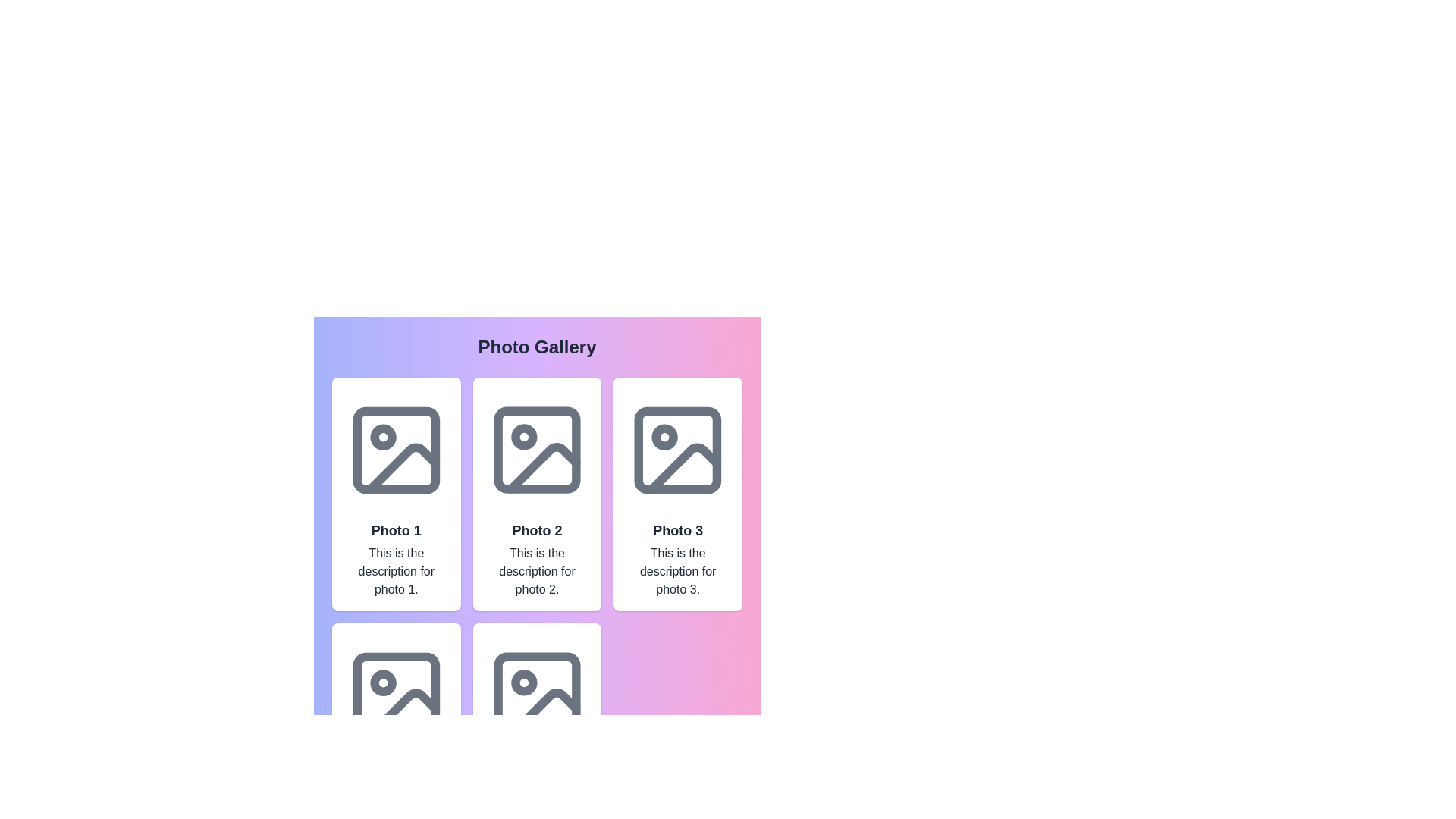  What do you see at coordinates (524, 437) in the screenshot?
I see `the small circular graphical element located within the photo icon associated with 'Photo 2', positioned towards the upper left inside the icon` at bounding box center [524, 437].